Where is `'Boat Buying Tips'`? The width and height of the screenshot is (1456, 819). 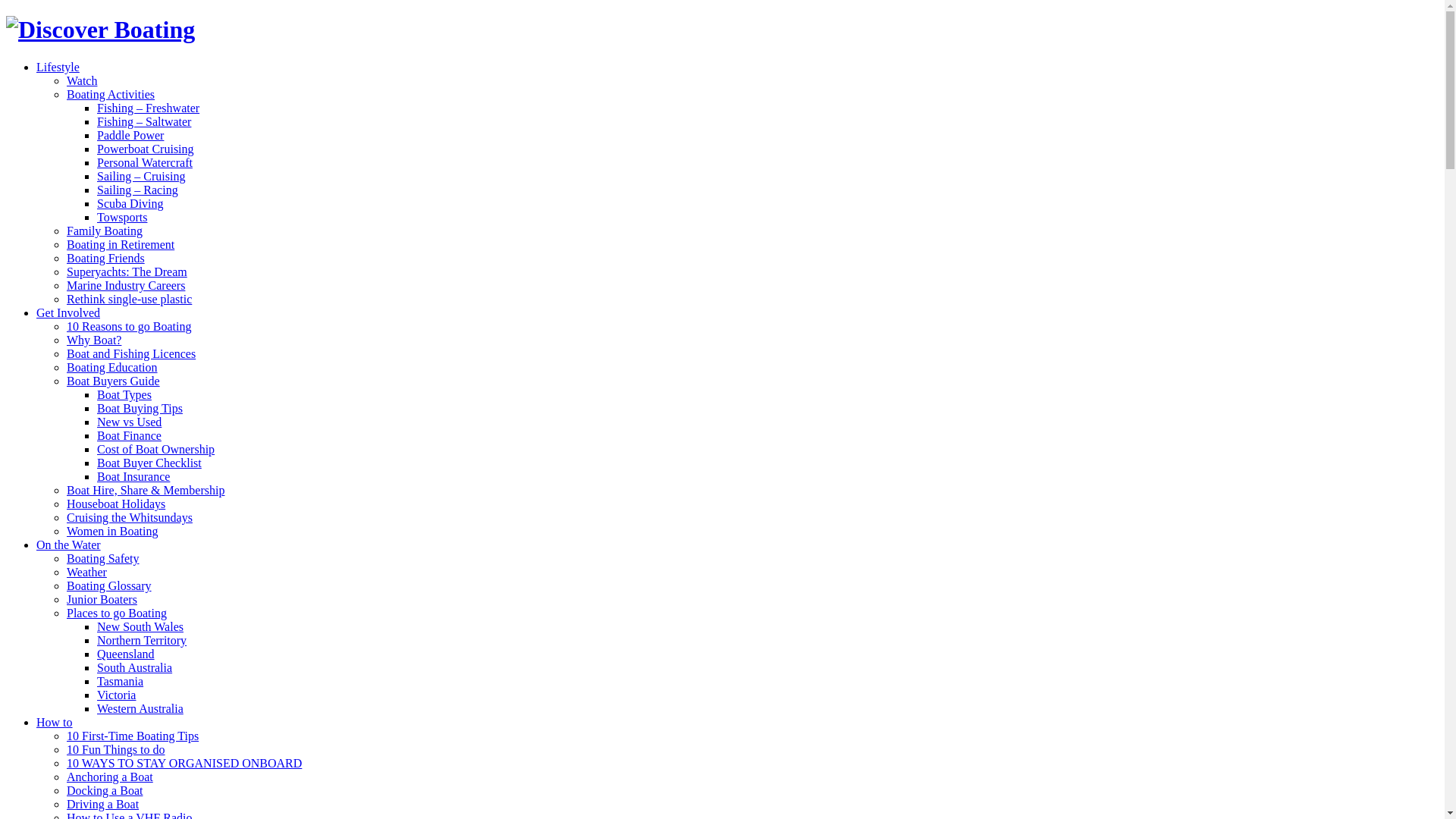
'Boat Buying Tips' is located at coordinates (140, 407).